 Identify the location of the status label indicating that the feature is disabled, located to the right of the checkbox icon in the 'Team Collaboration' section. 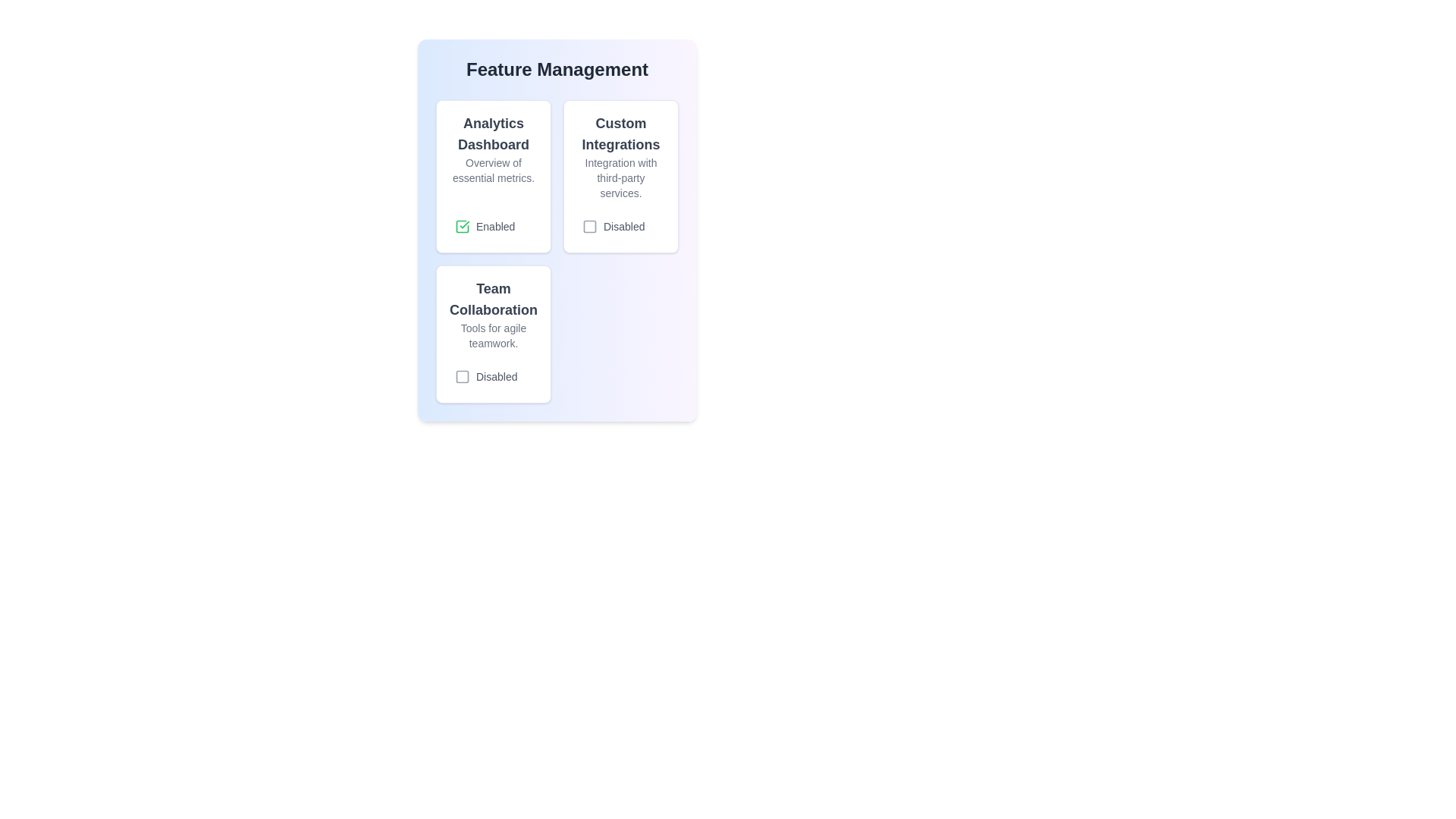
(497, 376).